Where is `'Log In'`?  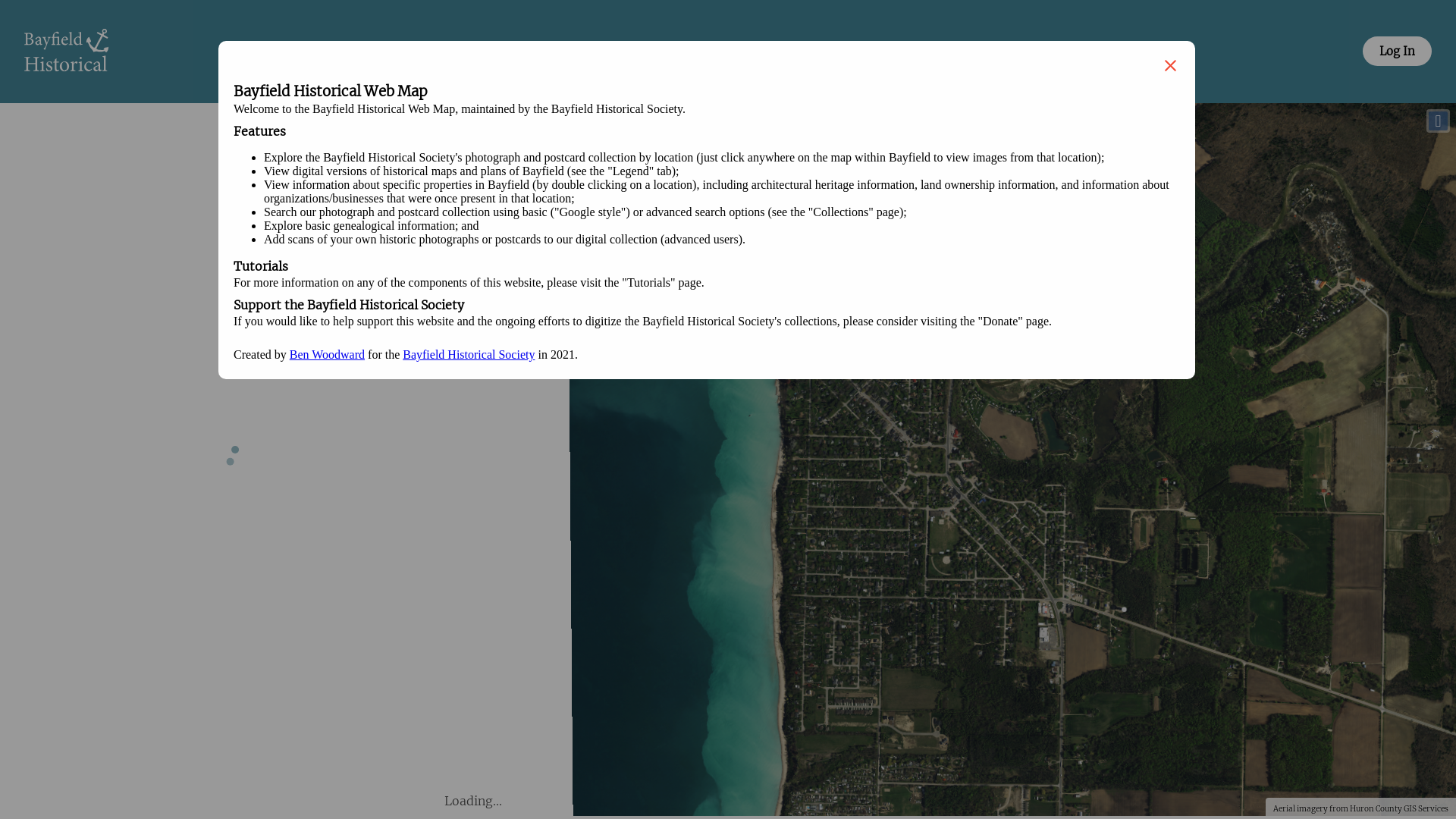 'Log In' is located at coordinates (1396, 50).